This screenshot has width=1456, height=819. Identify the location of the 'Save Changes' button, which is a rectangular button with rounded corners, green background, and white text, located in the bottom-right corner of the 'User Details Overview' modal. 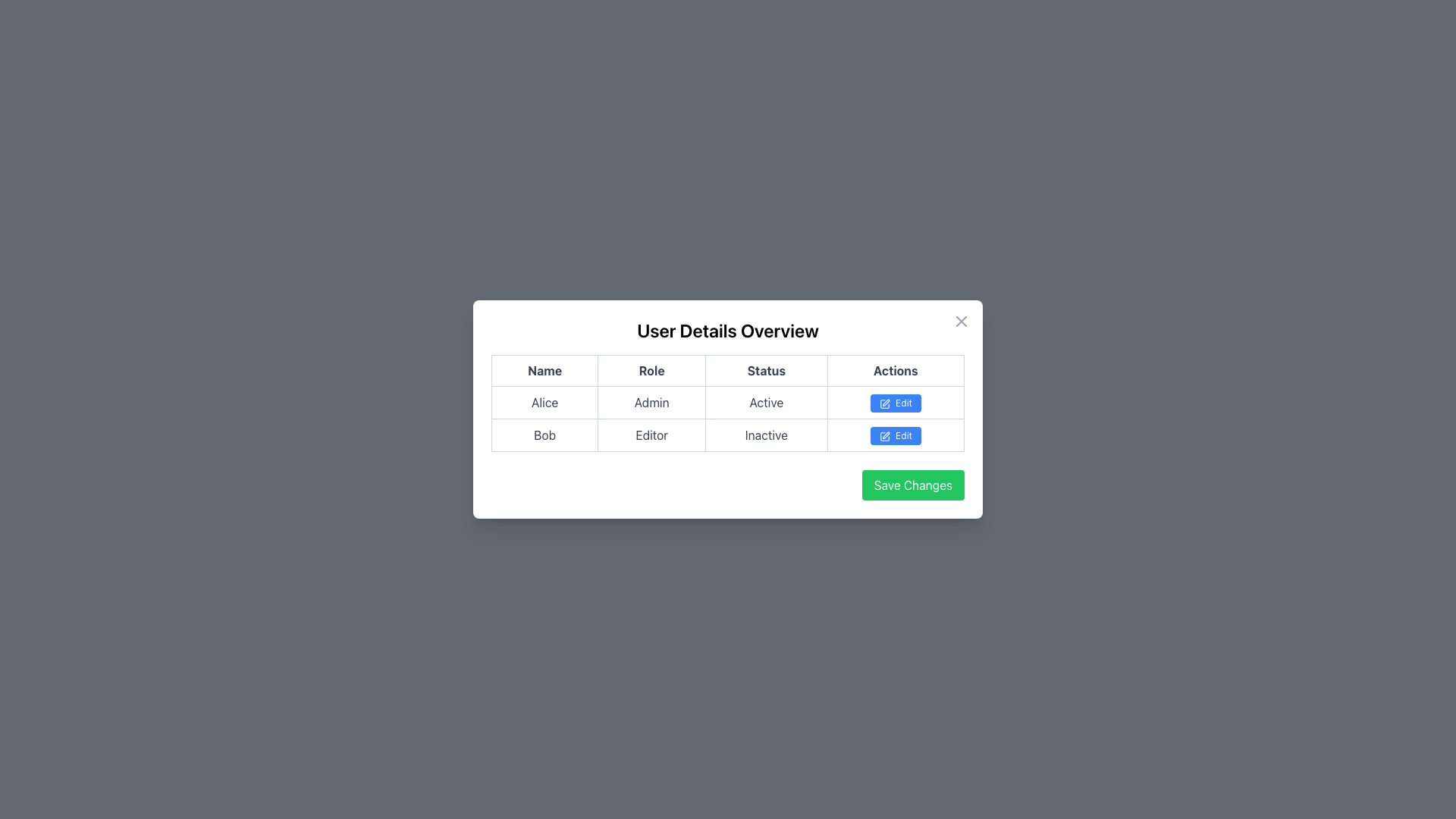
(912, 485).